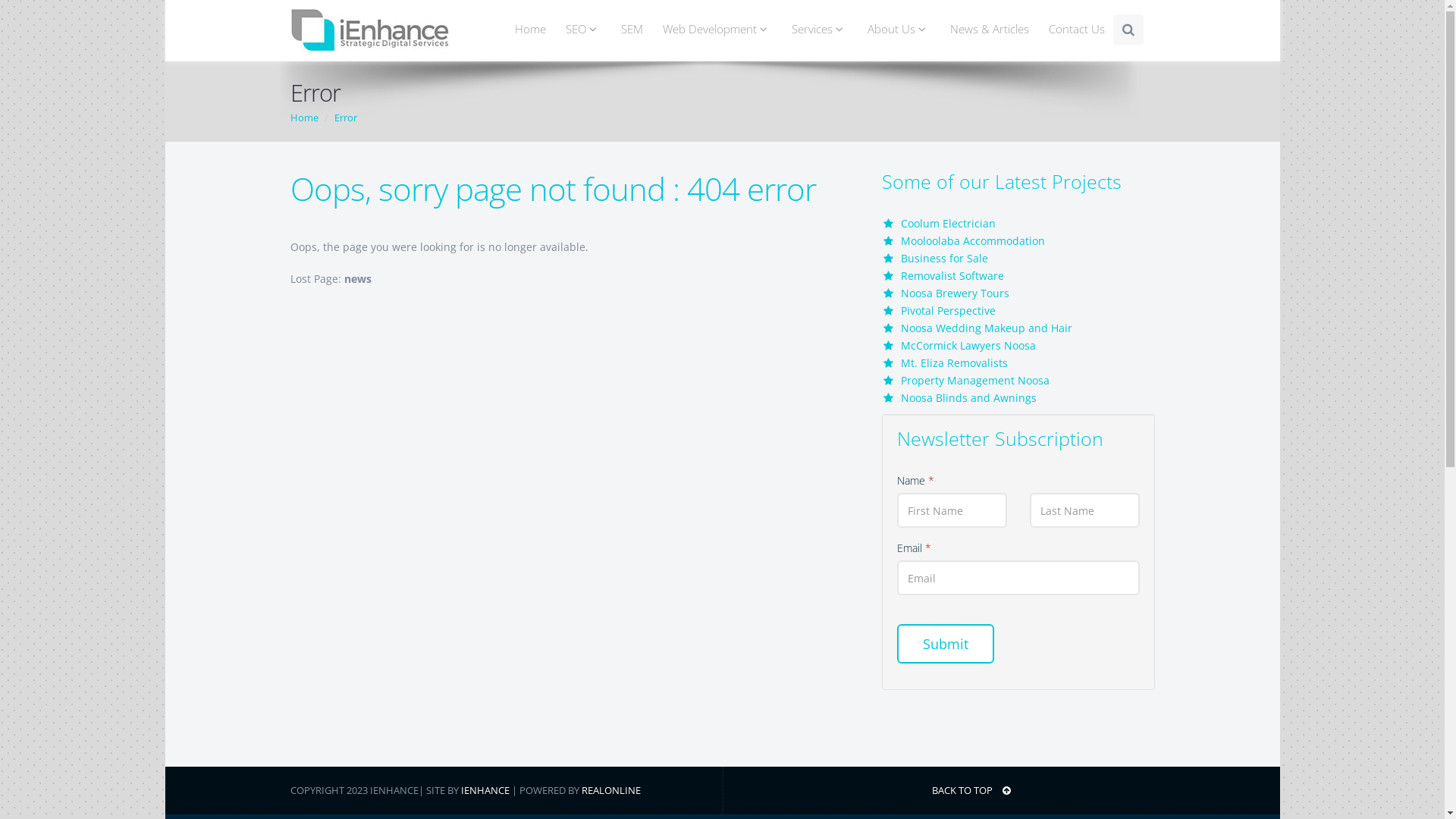  Describe the element at coordinates (344, 116) in the screenshot. I see `'Error'` at that location.